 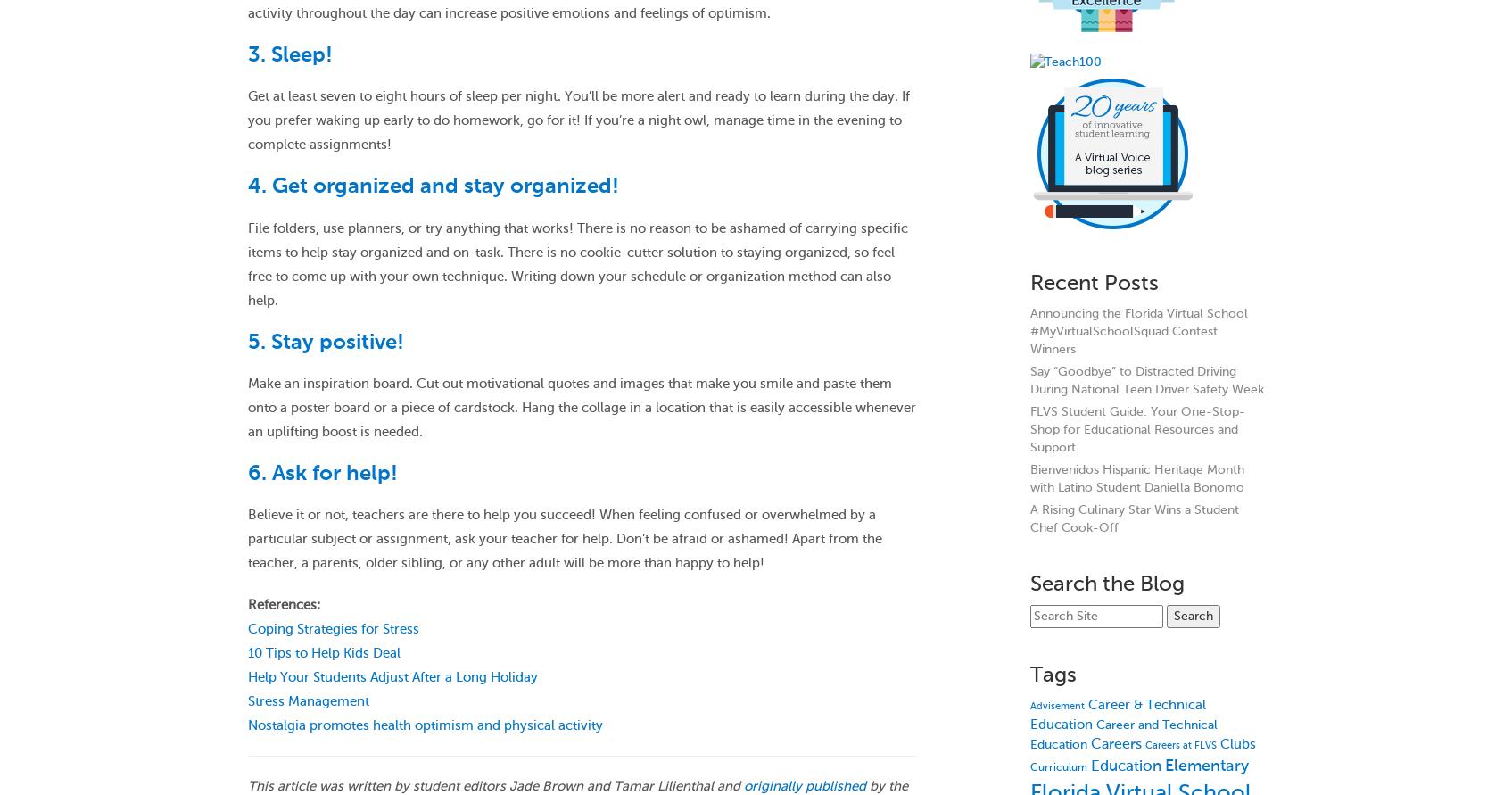 I want to click on 'Careers', so click(x=1115, y=743).